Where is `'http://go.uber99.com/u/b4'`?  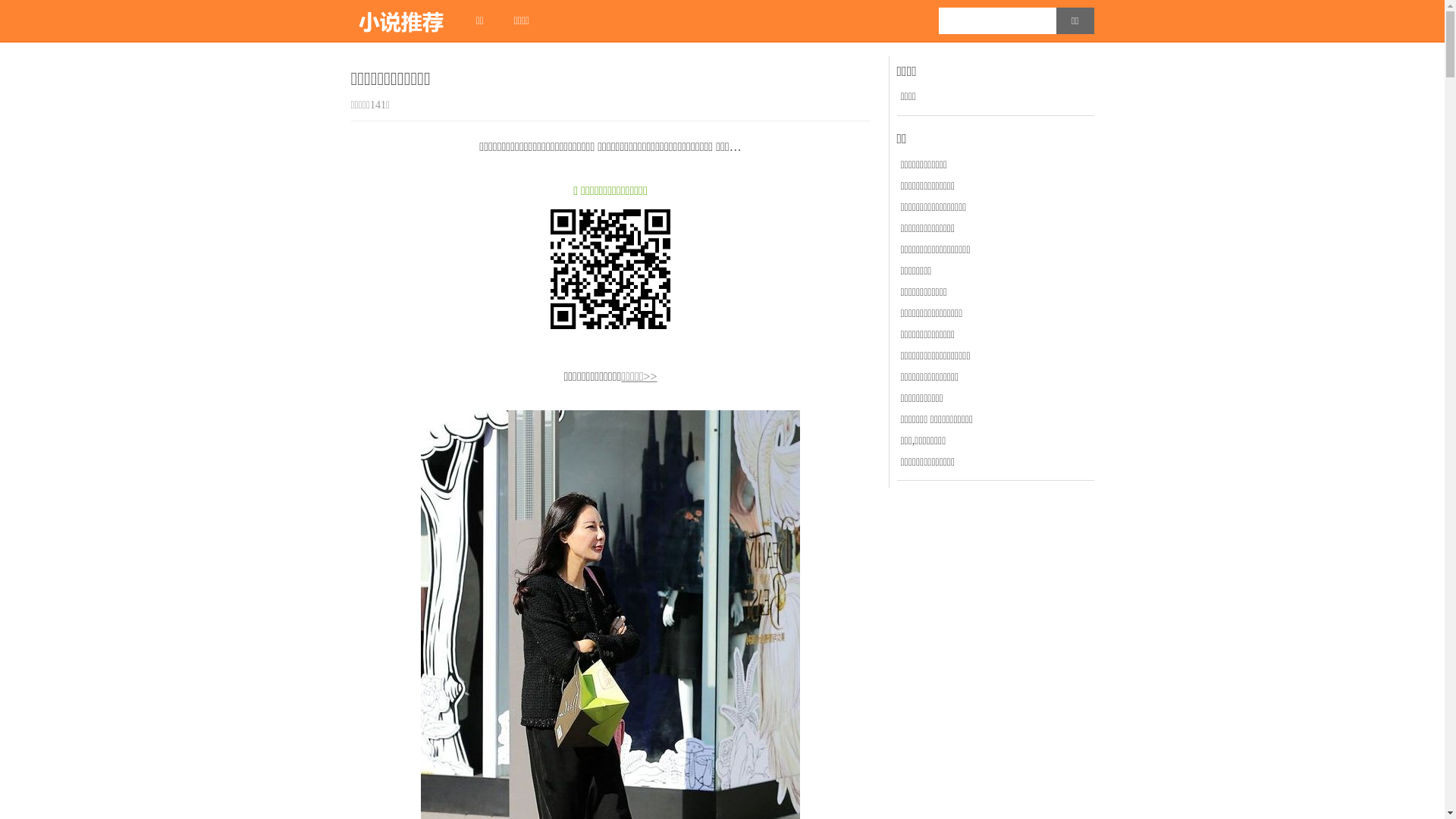 'http://go.uber99.com/u/b4' is located at coordinates (610, 268).